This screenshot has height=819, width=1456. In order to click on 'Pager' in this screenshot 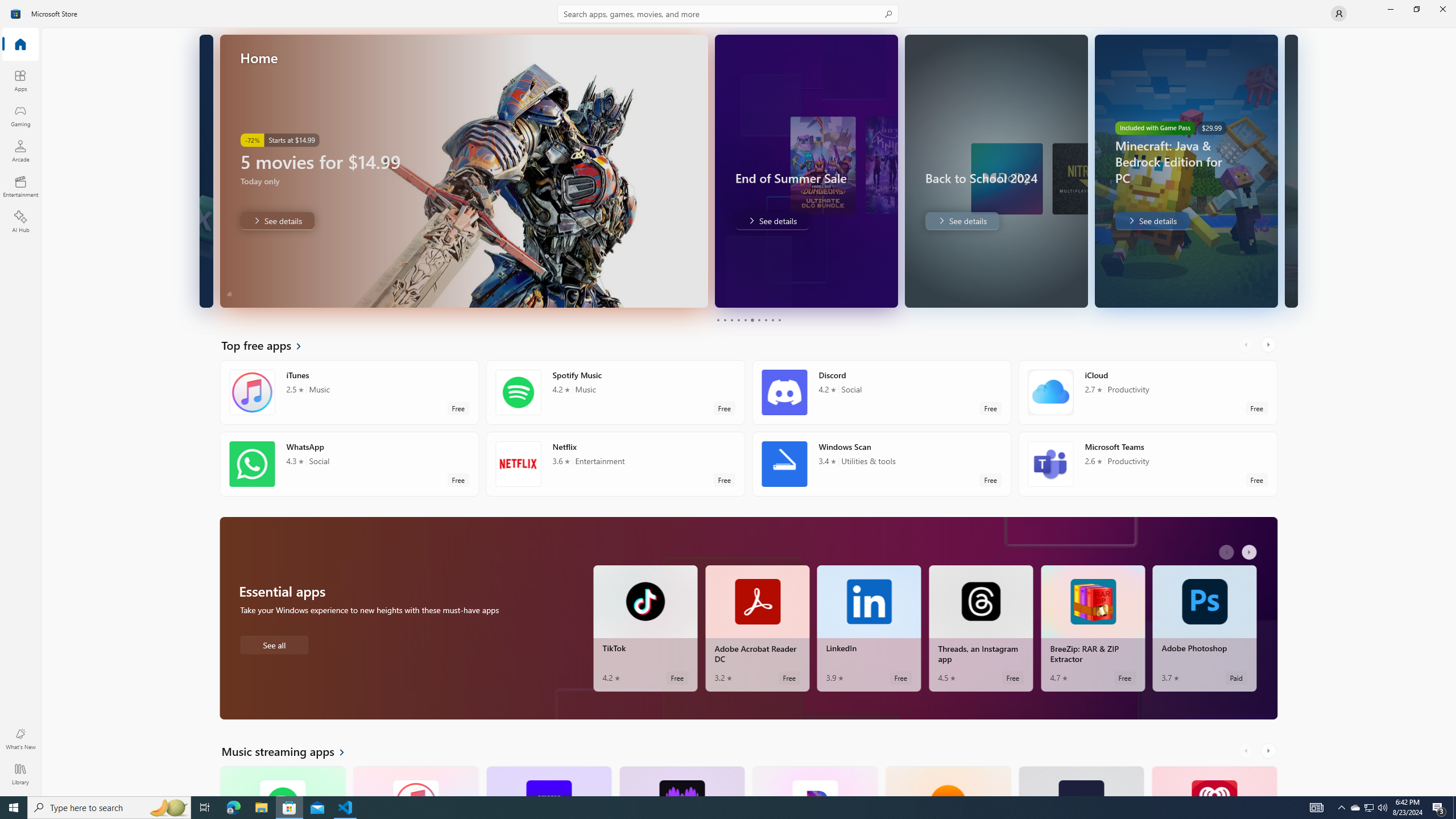, I will do `click(748, 320)`.